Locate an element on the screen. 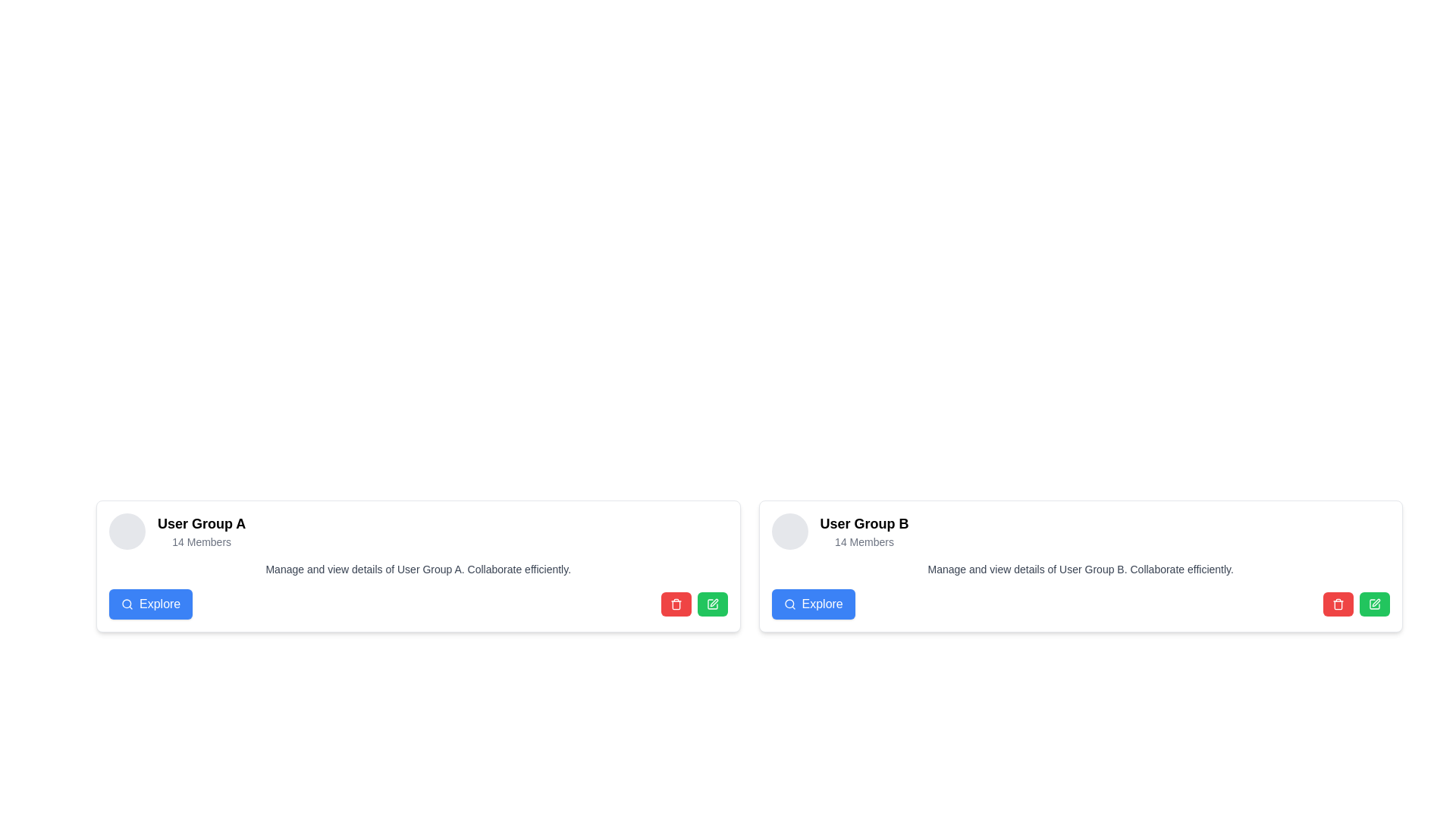  the middle component of the trash bin icon representing the delete action for 'User Group A' located in the bottom-right corner of the card is located at coordinates (675, 604).